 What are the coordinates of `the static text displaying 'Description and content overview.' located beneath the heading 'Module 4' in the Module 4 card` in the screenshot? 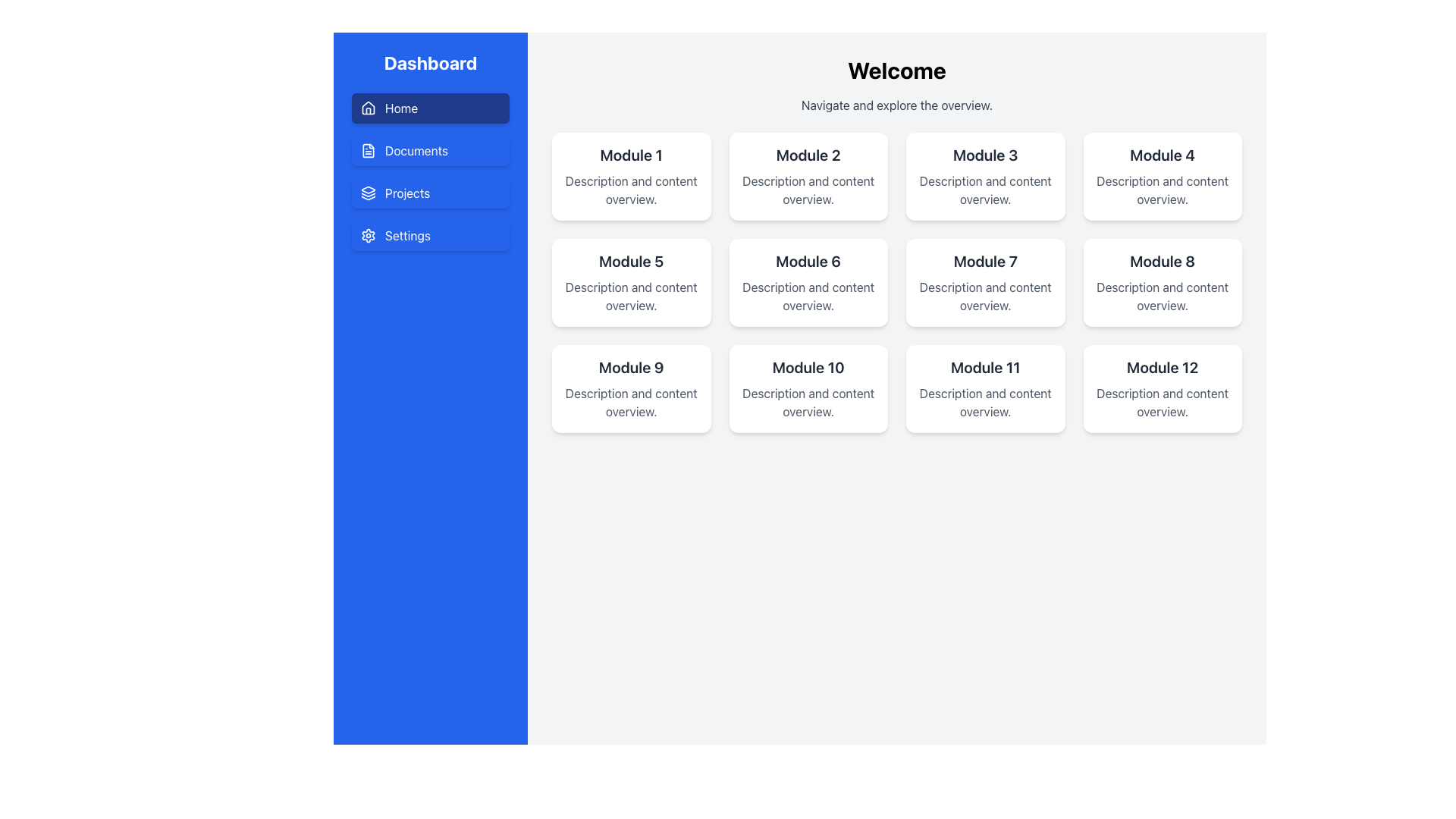 It's located at (1162, 189).